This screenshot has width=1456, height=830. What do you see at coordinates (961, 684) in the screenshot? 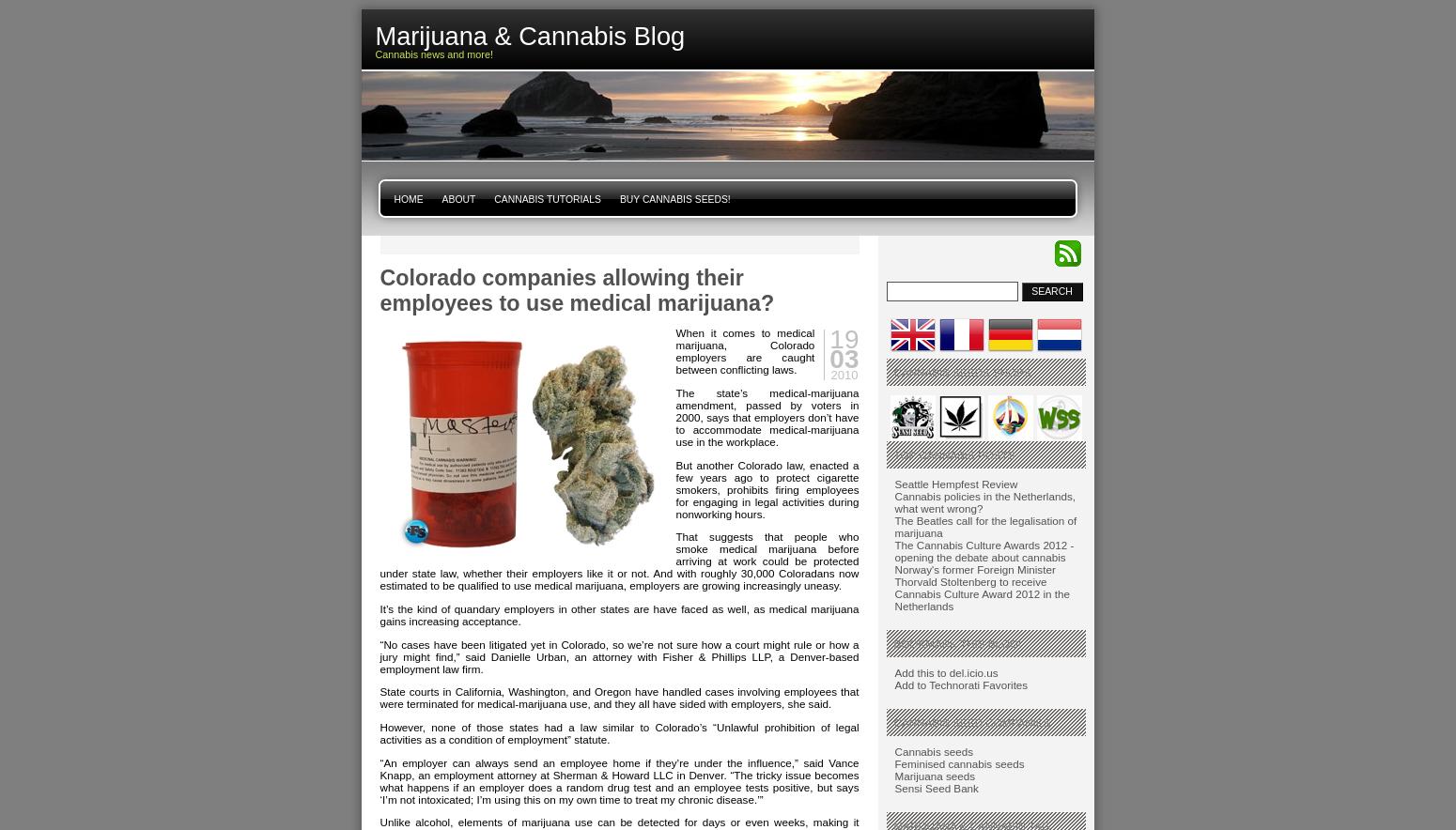
I see `'Add to Technorati Favorites'` at bounding box center [961, 684].